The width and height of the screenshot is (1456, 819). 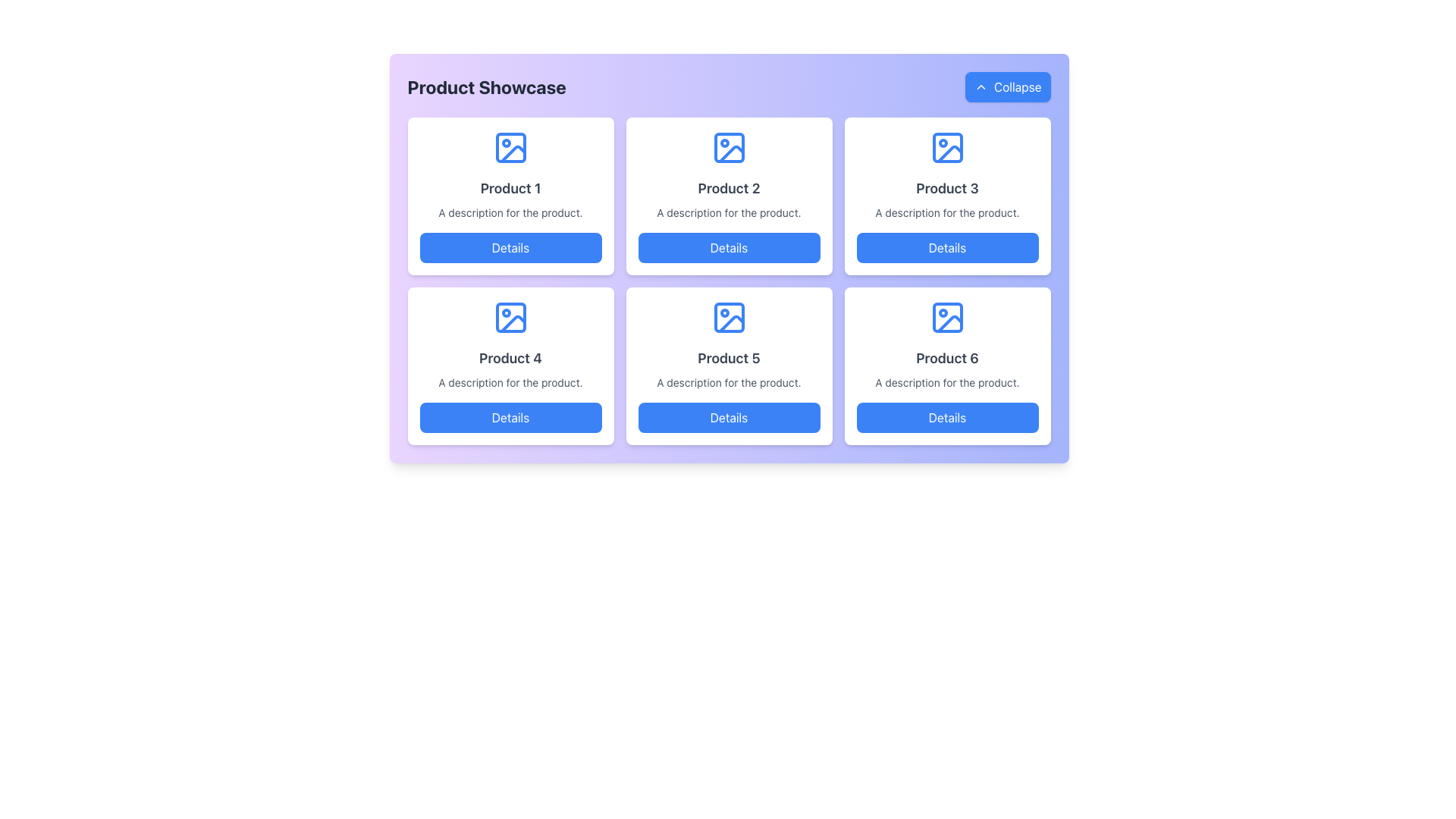 I want to click on the text label displaying 'Product 5' which is in the middle column of the lower row in a 2x3 grid layout, so click(x=729, y=359).